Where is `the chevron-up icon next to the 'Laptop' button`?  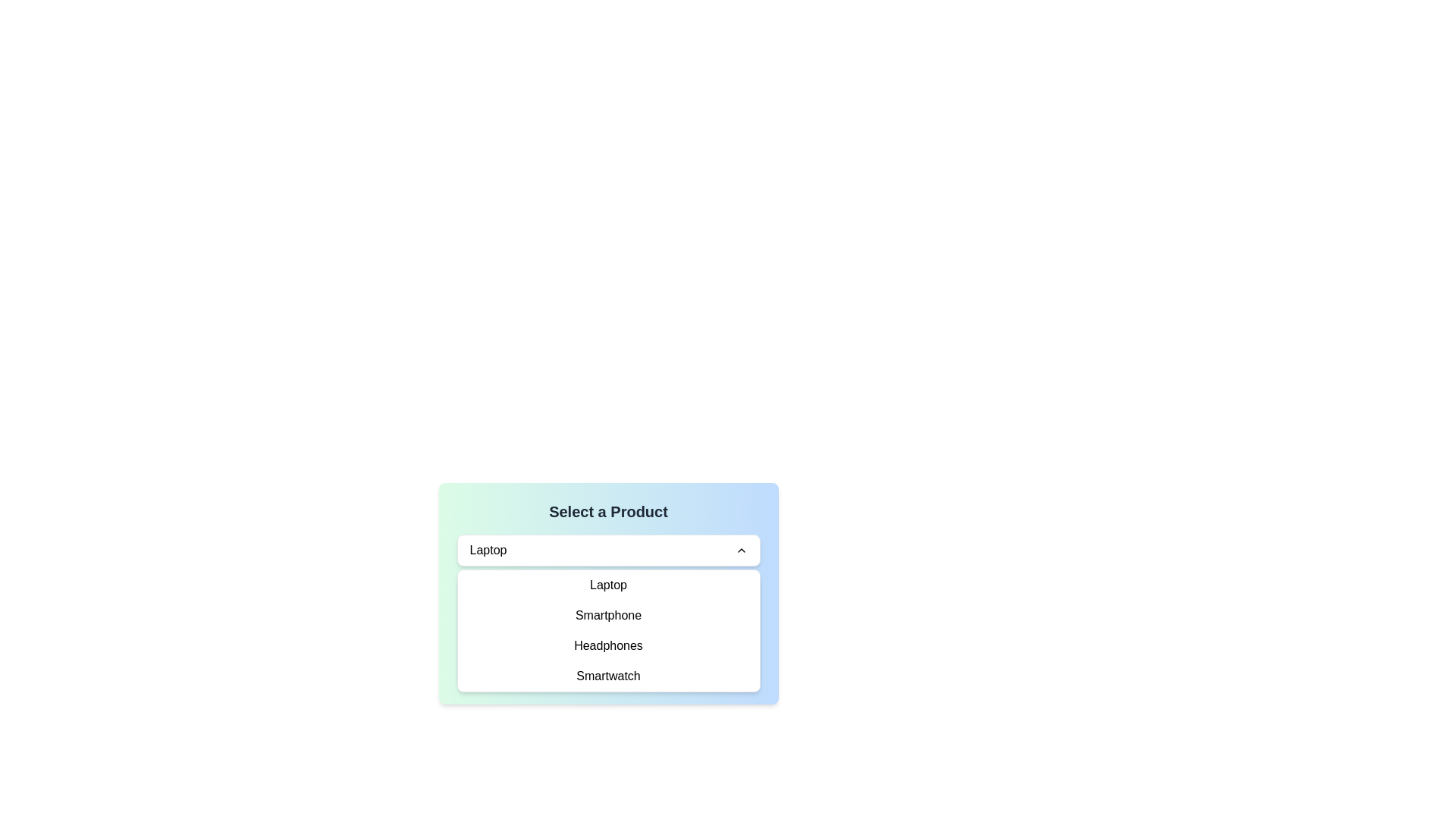 the chevron-up icon next to the 'Laptop' button is located at coordinates (741, 550).